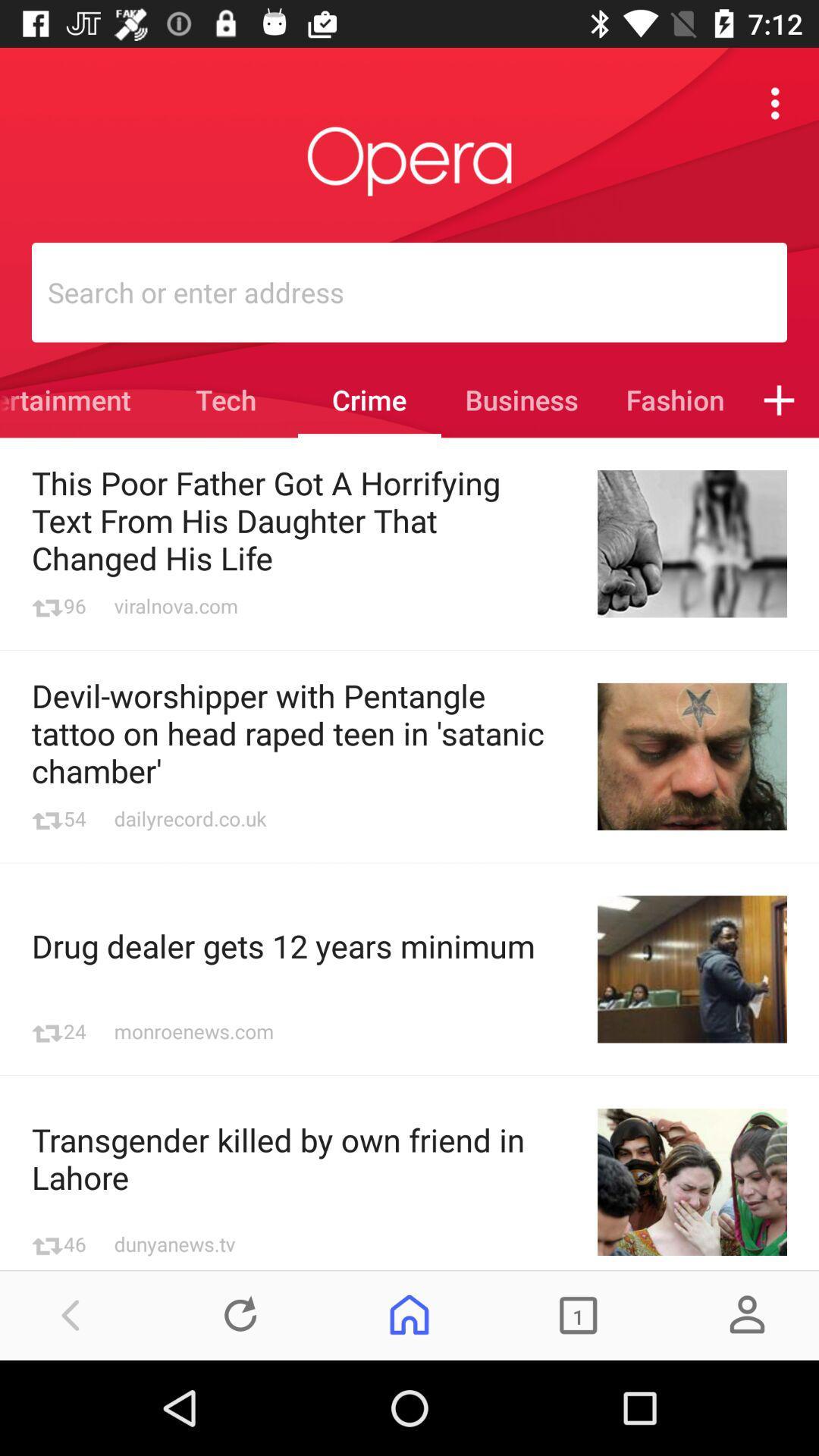 This screenshot has height=1456, width=819. Describe the element at coordinates (779, 400) in the screenshot. I see `the add icon` at that location.